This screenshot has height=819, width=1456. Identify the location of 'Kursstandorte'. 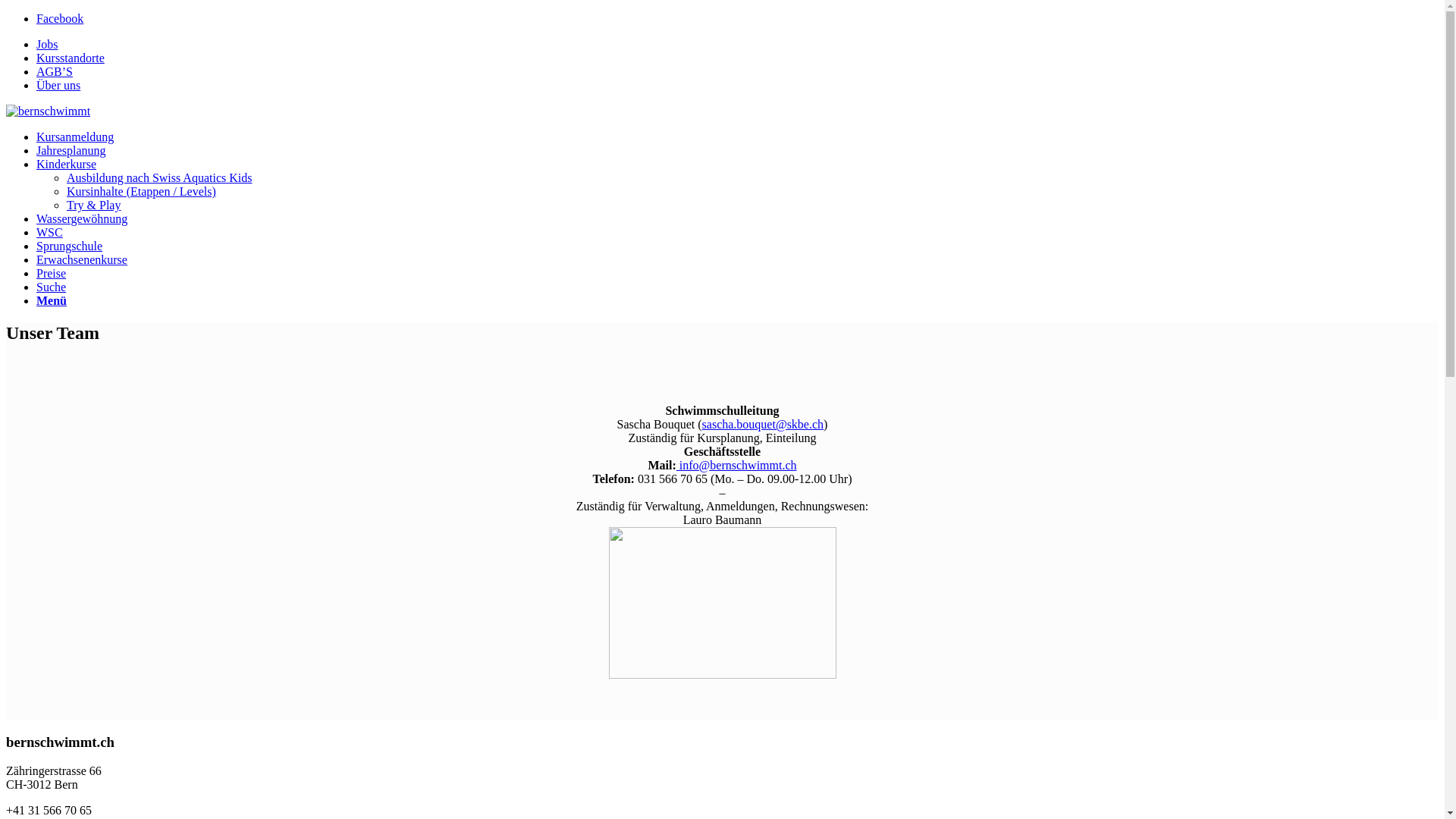
(69, 57).